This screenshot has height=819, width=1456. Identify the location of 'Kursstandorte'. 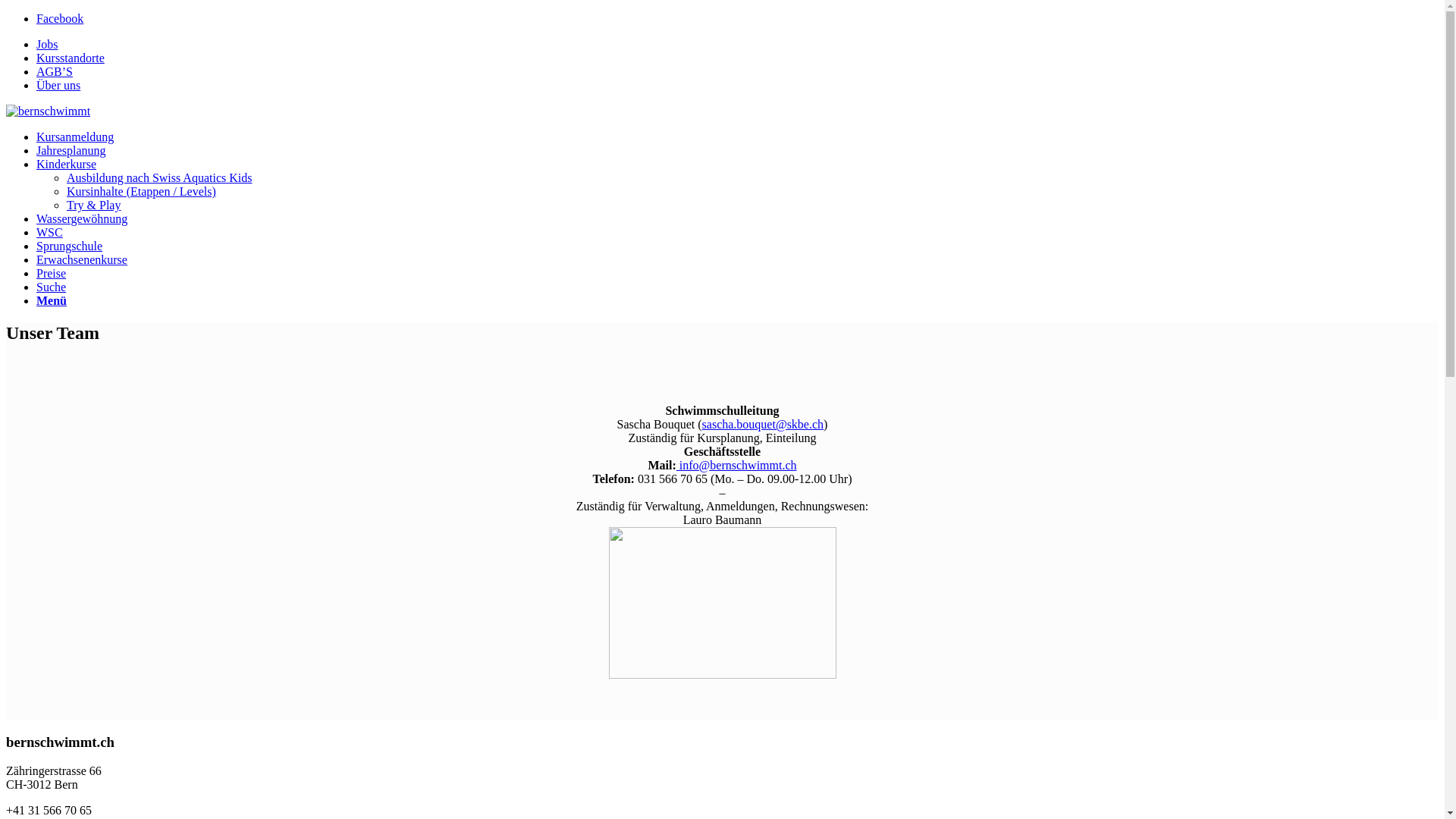
(69, 57).